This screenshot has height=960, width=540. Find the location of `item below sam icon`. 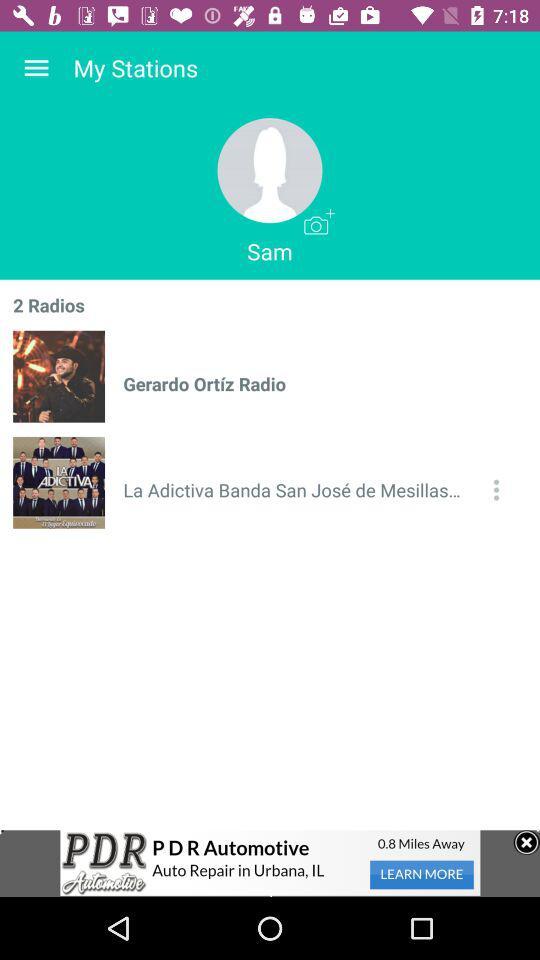

item below sam icon is located at coordinates (295, 383).